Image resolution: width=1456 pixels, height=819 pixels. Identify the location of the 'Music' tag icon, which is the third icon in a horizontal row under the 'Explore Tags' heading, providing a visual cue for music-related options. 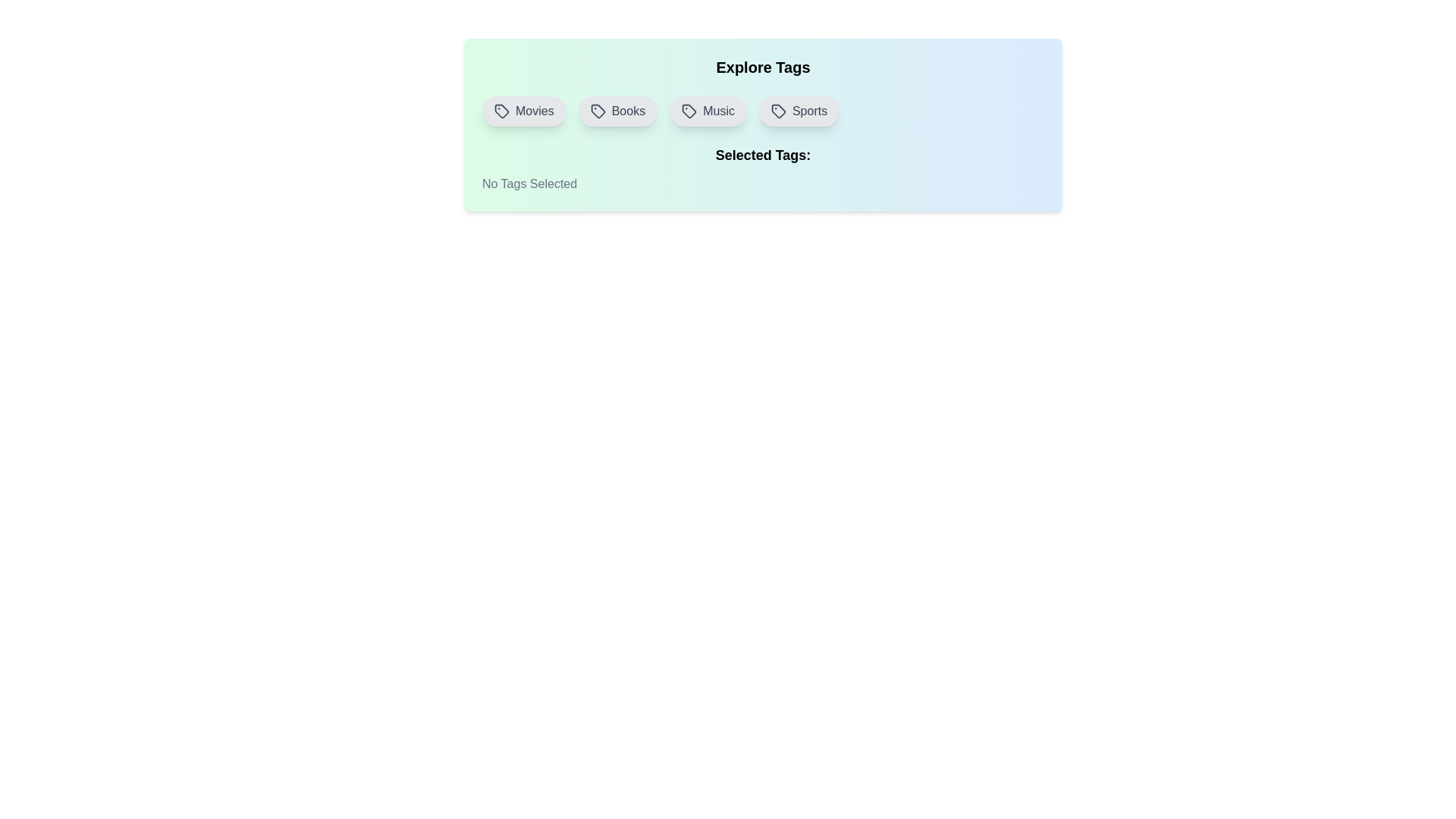
(689, 110).